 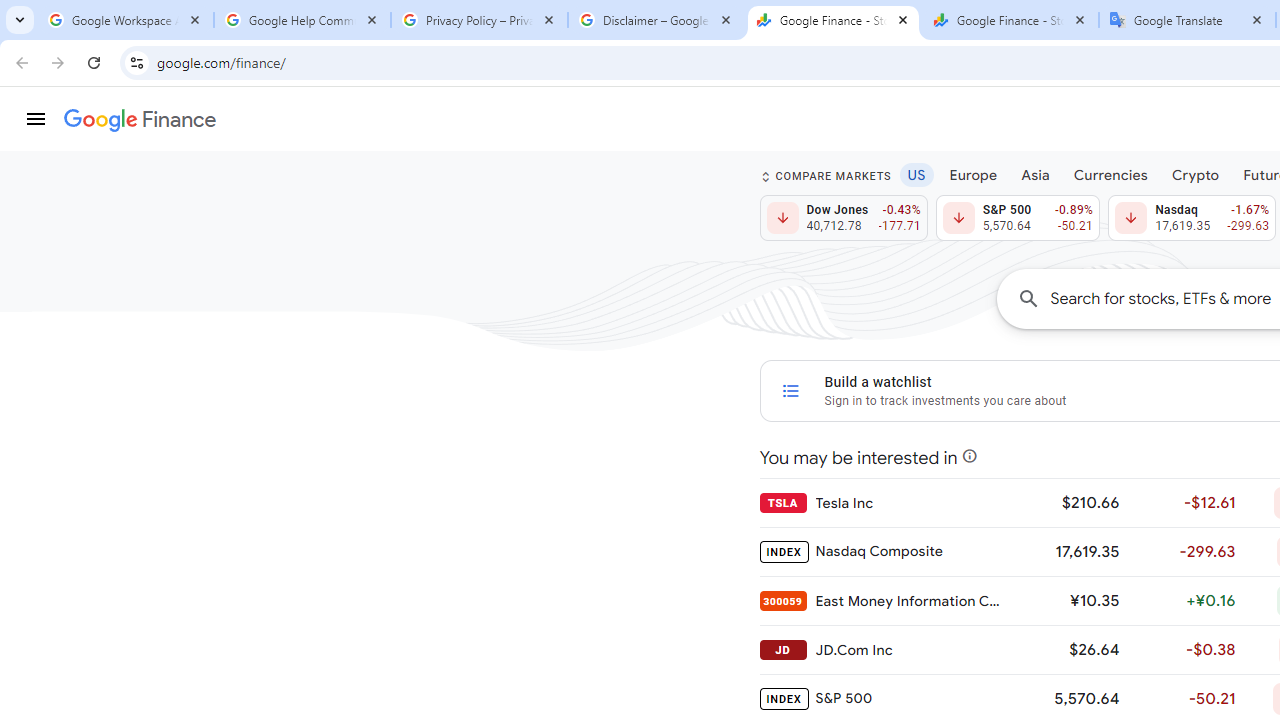 I want to click on 'S&P 500 5,570.64 Down by 0.89% -50.21', so click(x=1017, y=218).